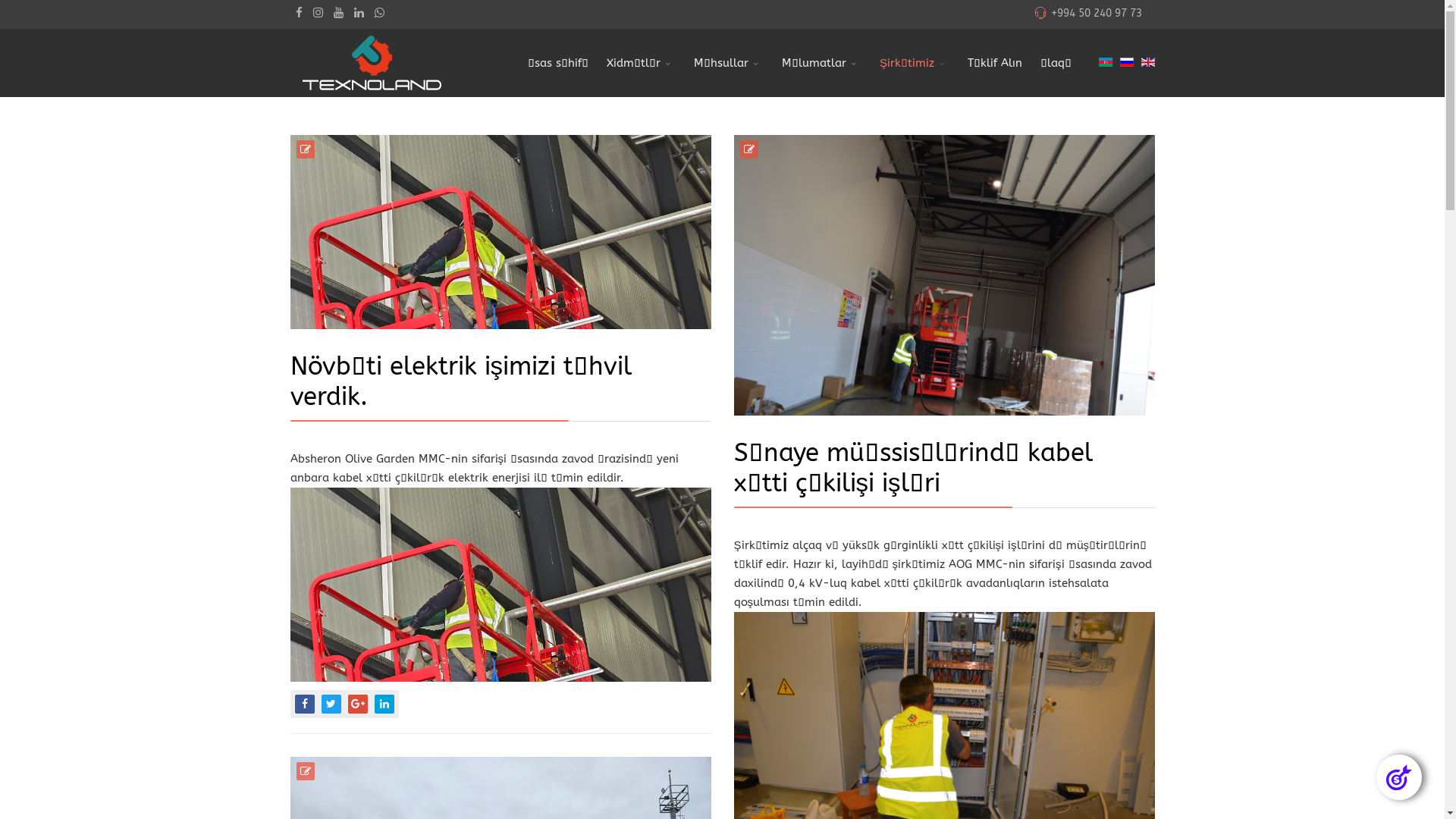 The width and height of the screenshot is (1456, 819). I want to click on 'Azerbaijan (az-AZ)', so click(1105, 61).